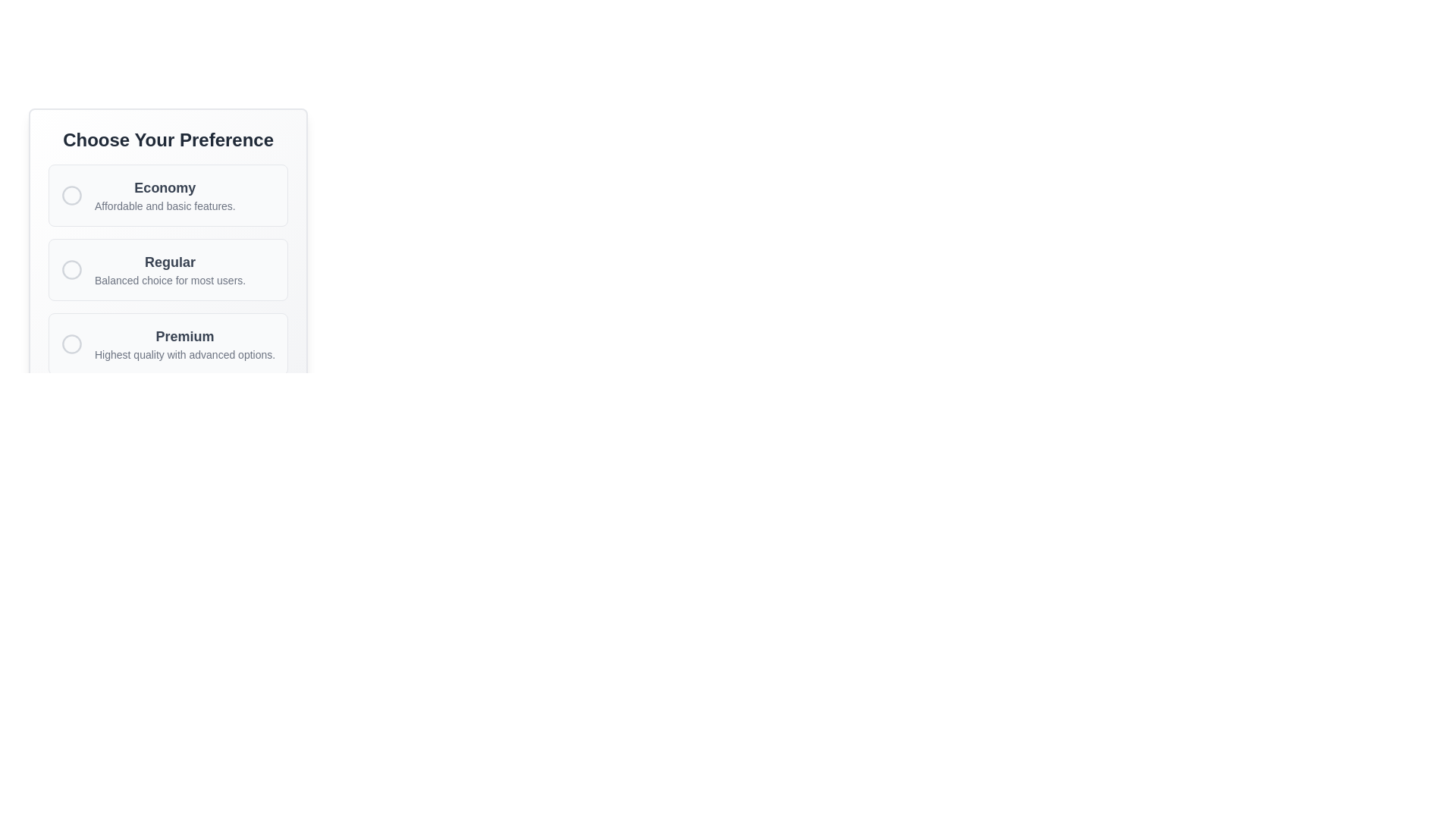 The height and width of the screenshot is (819, 1456). What do you see at coordinates (184, 335) in the screenshot?
I see `the 'Premium' label, which serves as the title for the high-quality selection option, located above the descriptive text and below the overall title in the interface` at bounding box center [184, 335].